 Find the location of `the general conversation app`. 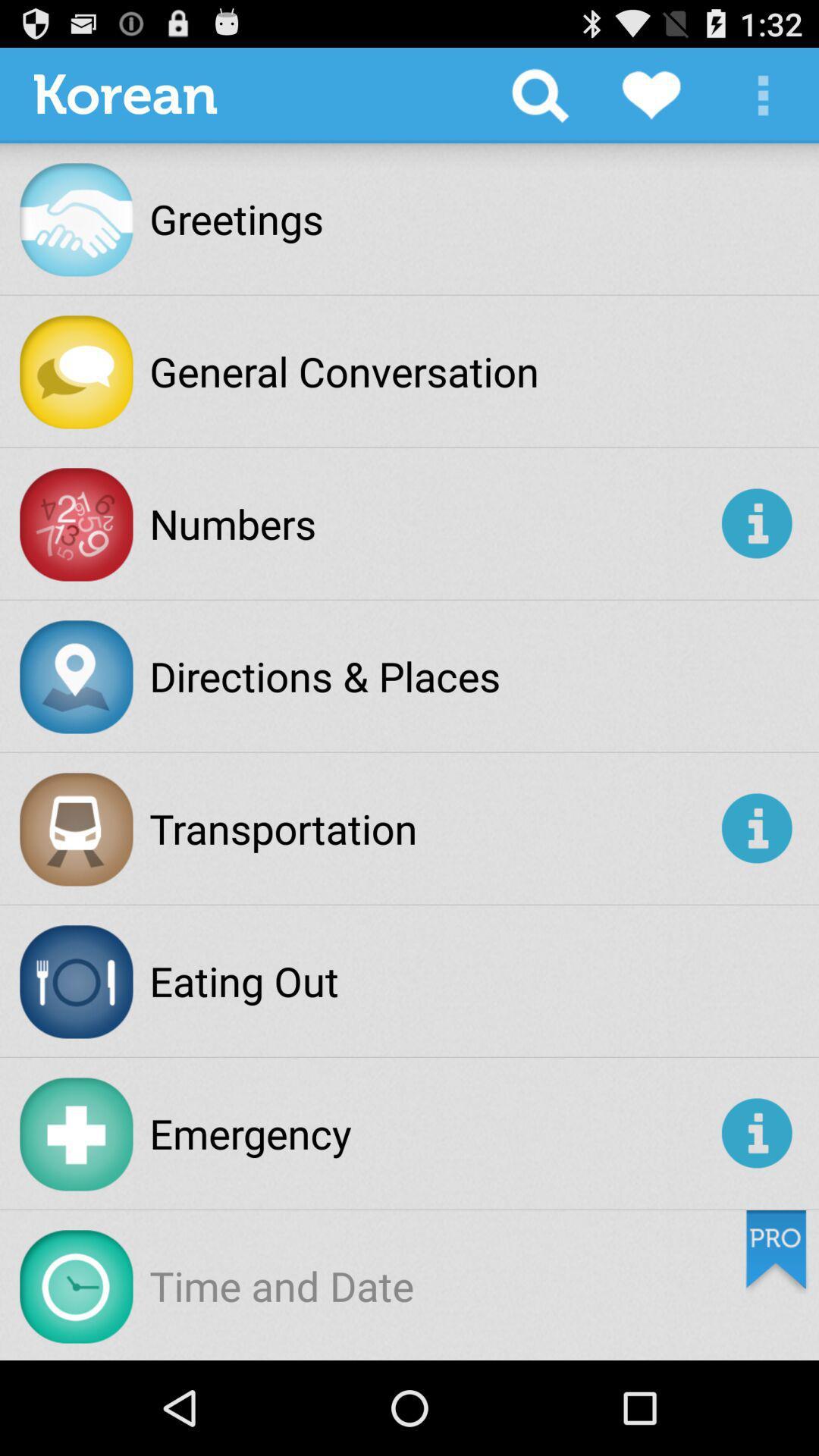

the general conversation app is located at coordinates (344, 371).